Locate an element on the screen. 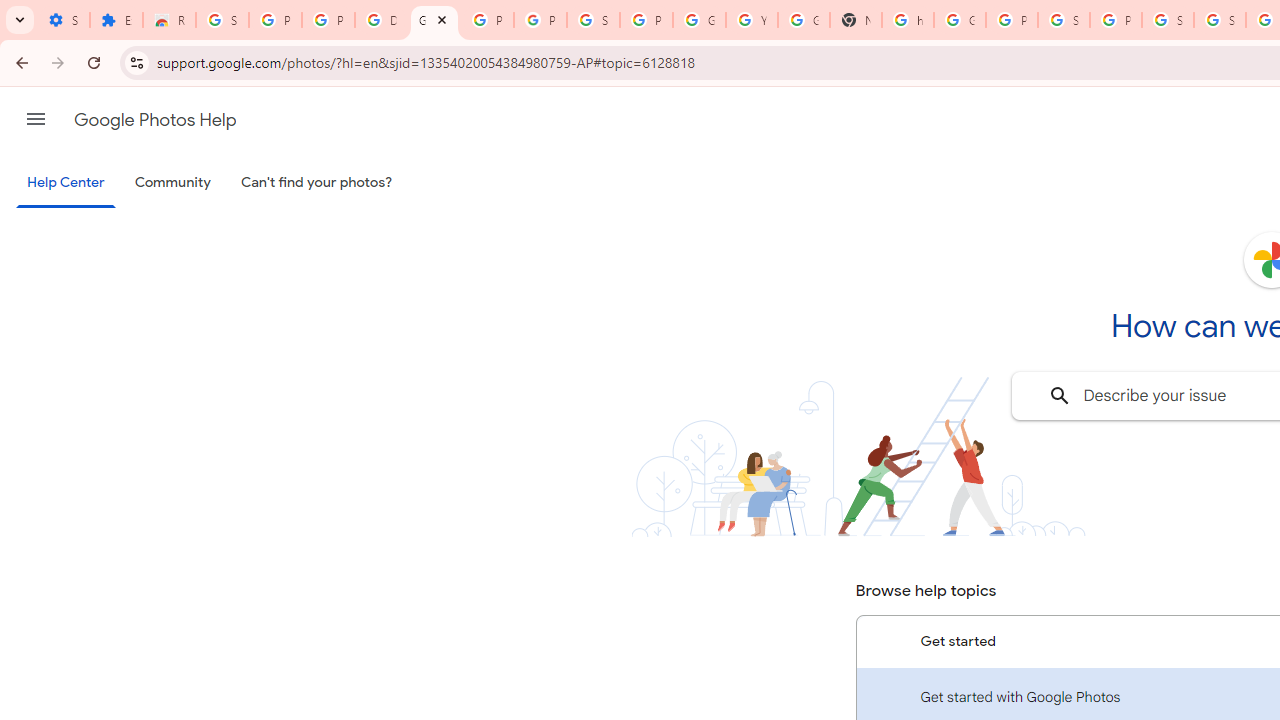 This screenshot has width=1280, height=720. 'Help Center' is located at coordinates (65, 183).